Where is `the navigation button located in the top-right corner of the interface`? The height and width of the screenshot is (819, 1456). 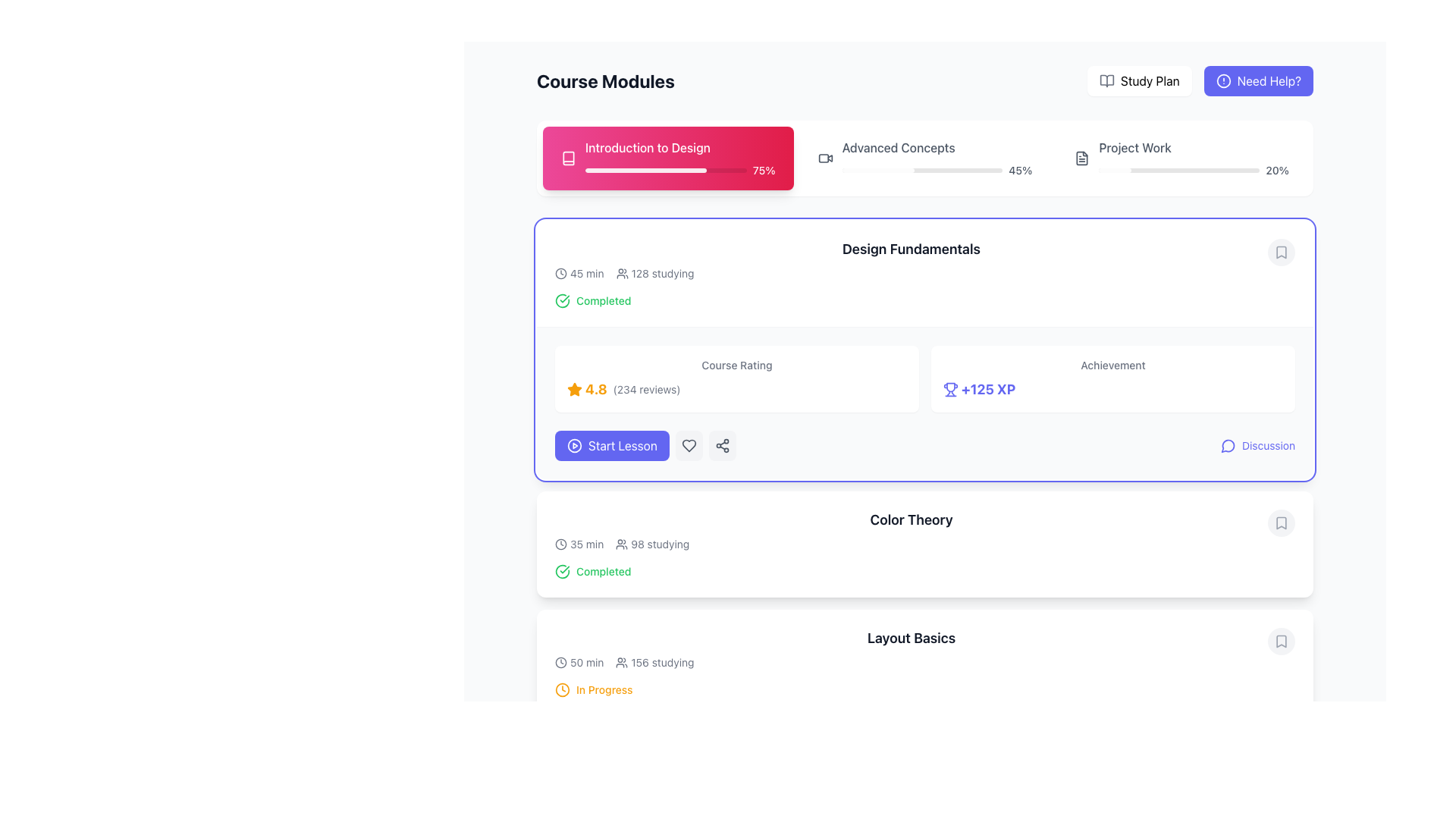
the navigation button located in the top-right corner of the interface is located at coordinates (1139, 81).